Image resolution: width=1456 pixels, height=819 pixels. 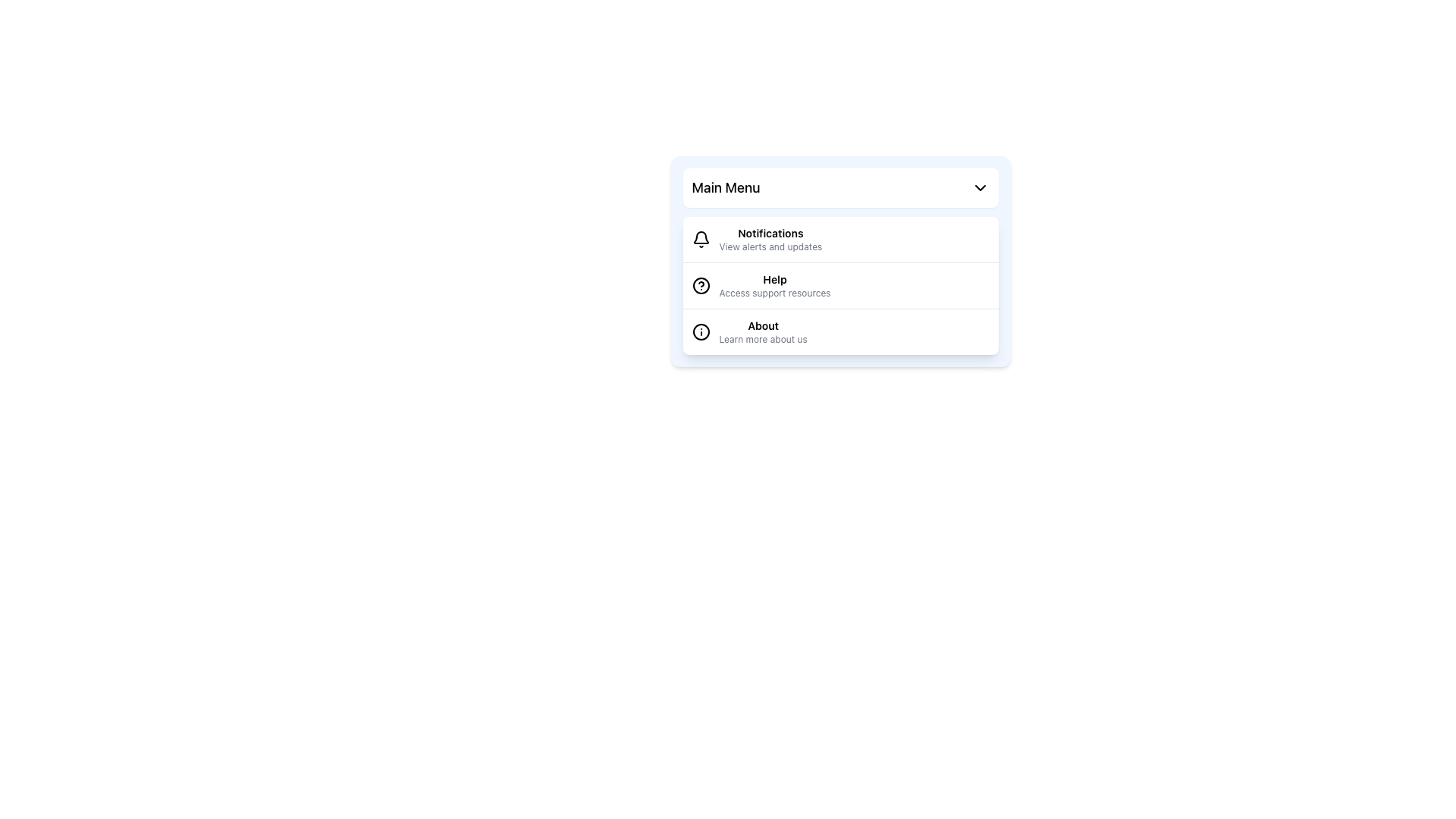 What do you see at coordinates (770, 234) in the screenshot?
I see `text label displaying 'Notifications' located at the top of the first menu item under 'Main Menu'` at bounding box center [770, 234].